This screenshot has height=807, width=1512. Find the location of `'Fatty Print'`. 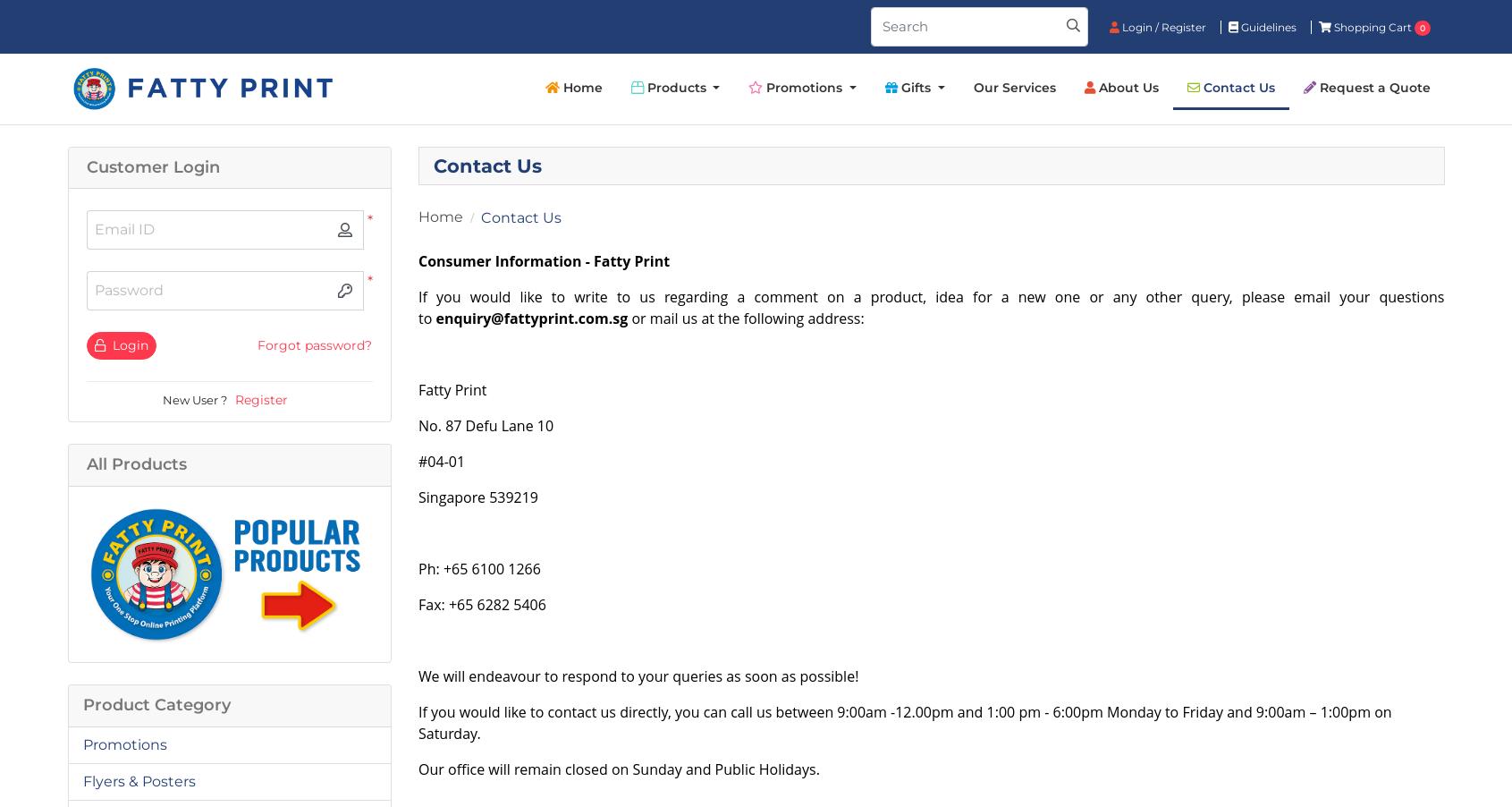

'Fatty Print' is located at coordinates (451, 390).